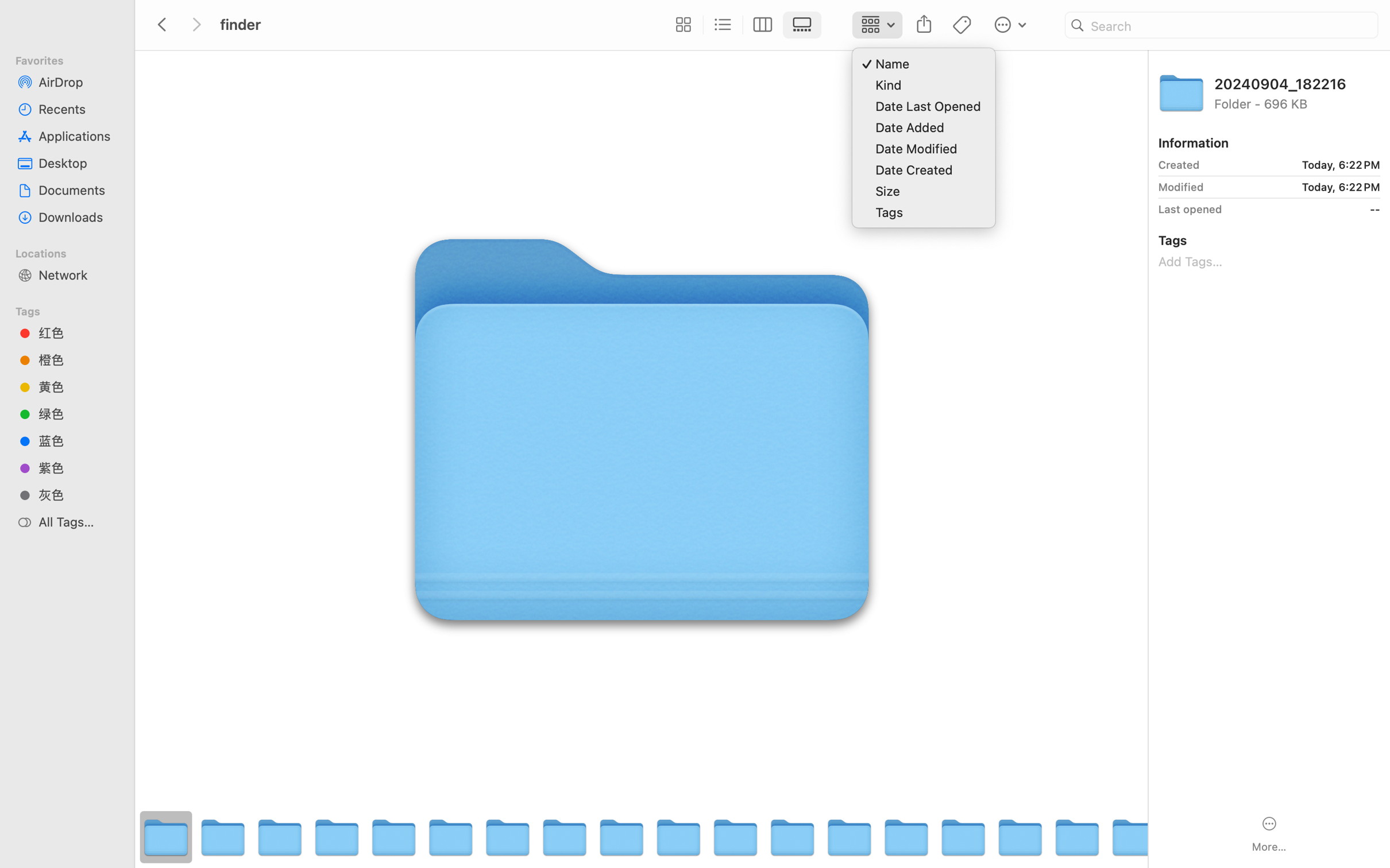 Image resolution: width=1390 pixels, height=868 pixels. What do you see at coordinates (77, 359) in the screenshot?
I see `'橙色'` at bounding box center [77, 359].